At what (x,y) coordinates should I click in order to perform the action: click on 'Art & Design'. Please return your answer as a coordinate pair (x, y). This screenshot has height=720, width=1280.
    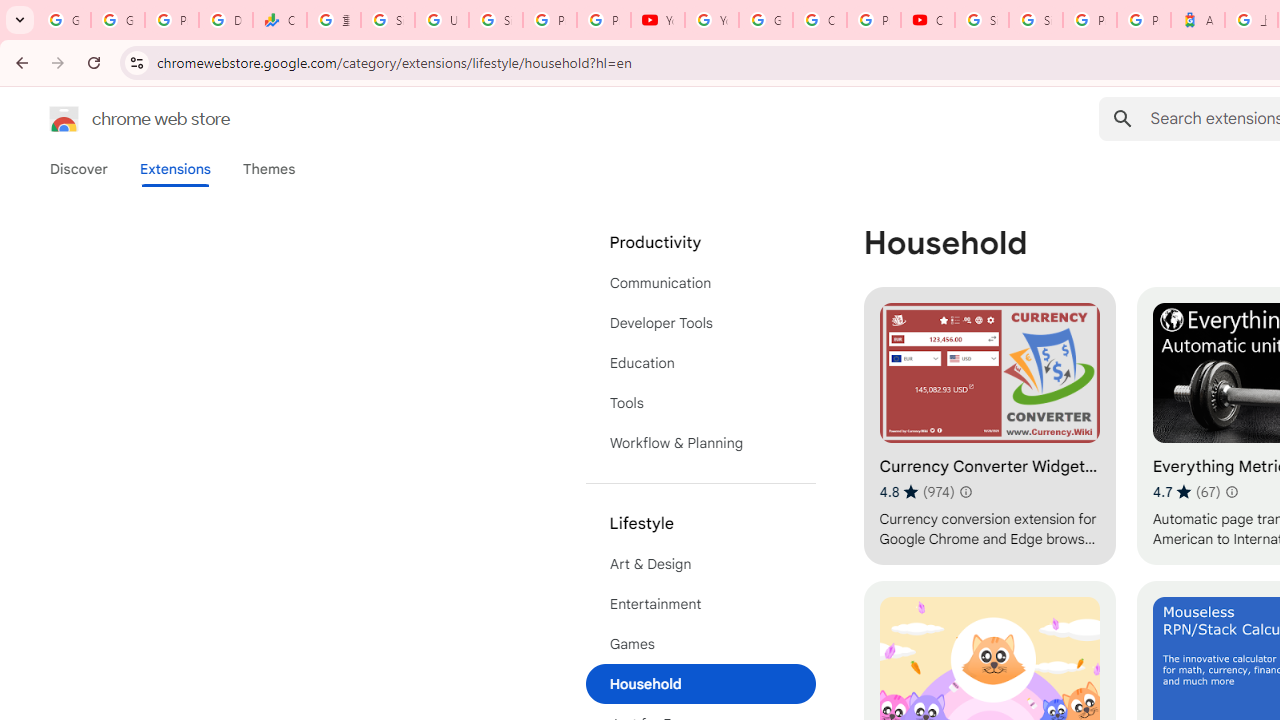
    Looking at the image, I should click on (700, 564).